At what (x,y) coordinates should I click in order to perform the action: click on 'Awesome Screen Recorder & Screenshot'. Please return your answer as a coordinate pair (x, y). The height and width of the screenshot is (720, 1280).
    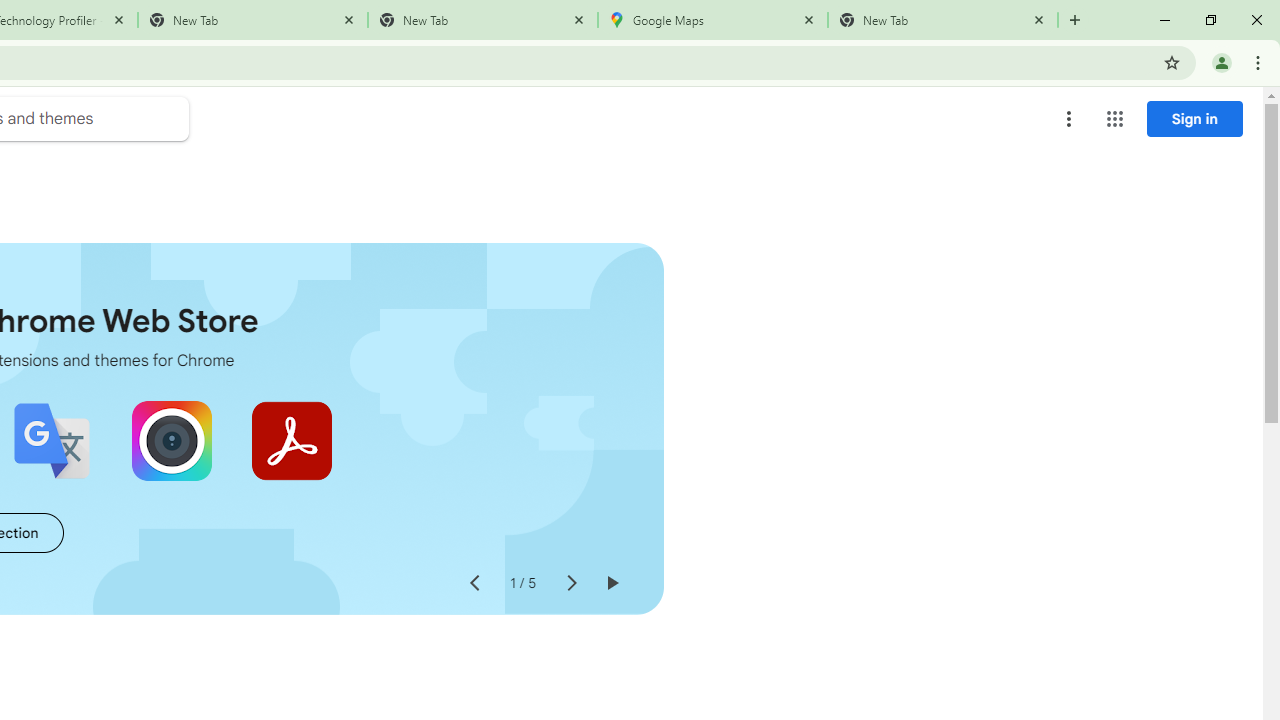
    Looking at the image, I should click on (171, 440).